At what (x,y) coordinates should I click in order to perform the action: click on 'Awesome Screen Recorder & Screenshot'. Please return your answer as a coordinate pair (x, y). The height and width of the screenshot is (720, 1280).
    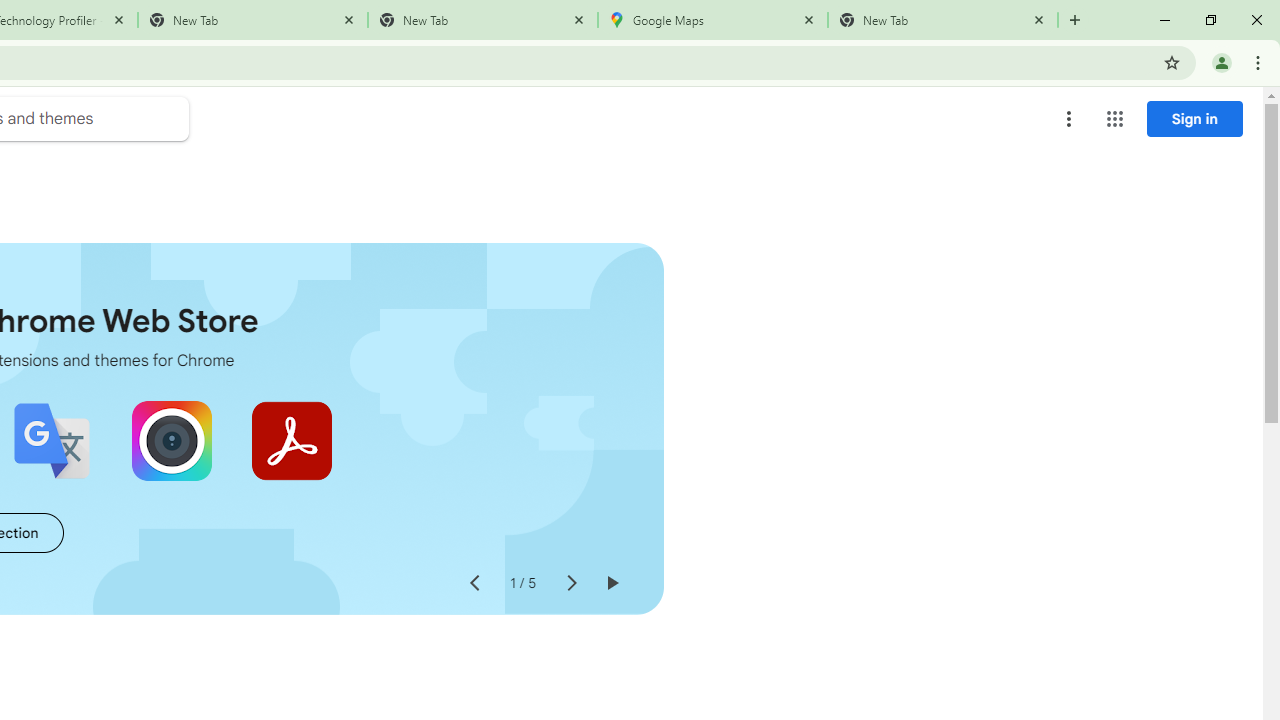
    Looking at the image, I should click on (171, 440).